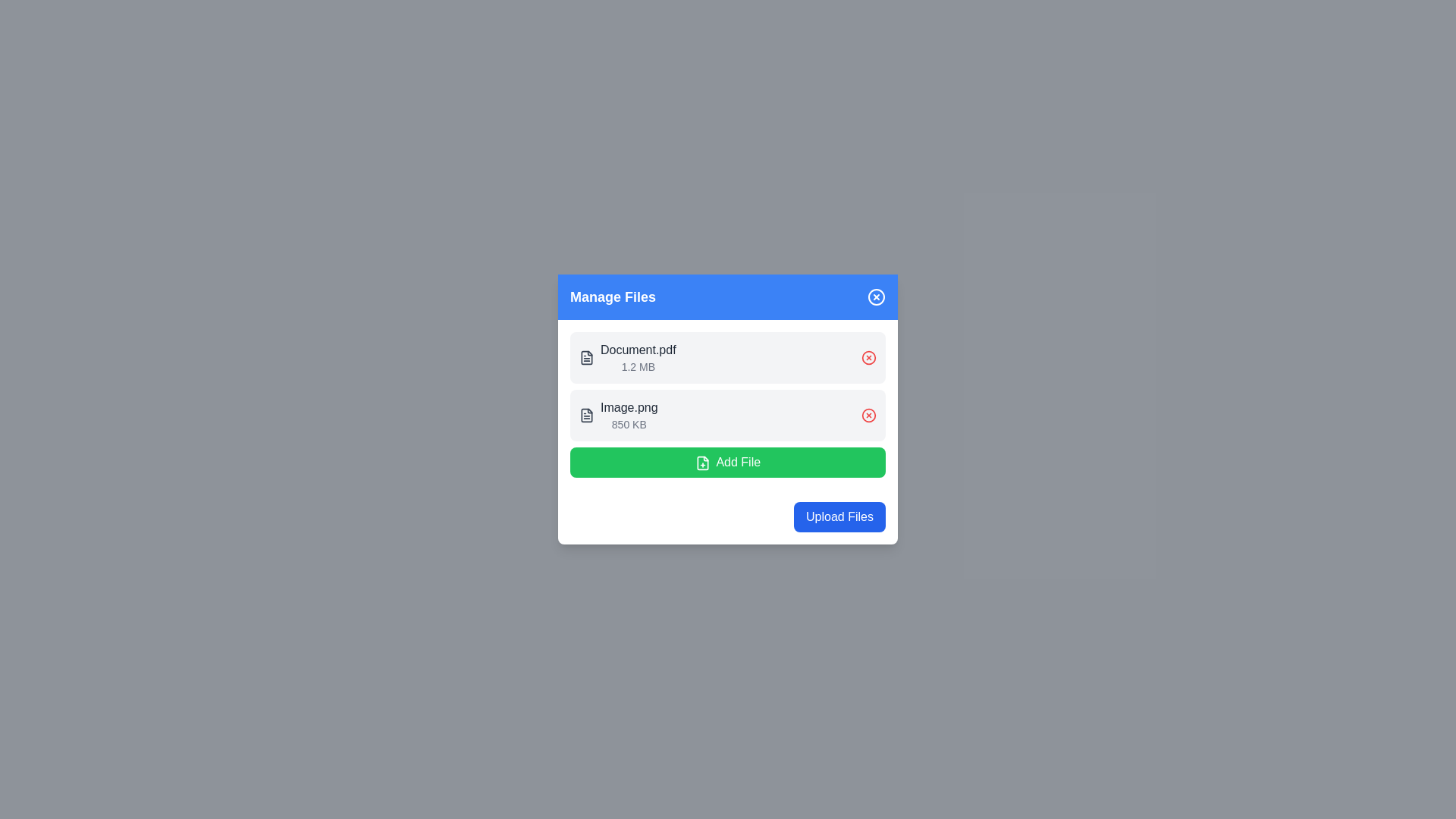 This screenshot has width=1456, height=819. I want to click on the file type icon representing a textual document located at the left of the second row in the file list, next to 'Image.png' and '850 KB', so click(585, 415).